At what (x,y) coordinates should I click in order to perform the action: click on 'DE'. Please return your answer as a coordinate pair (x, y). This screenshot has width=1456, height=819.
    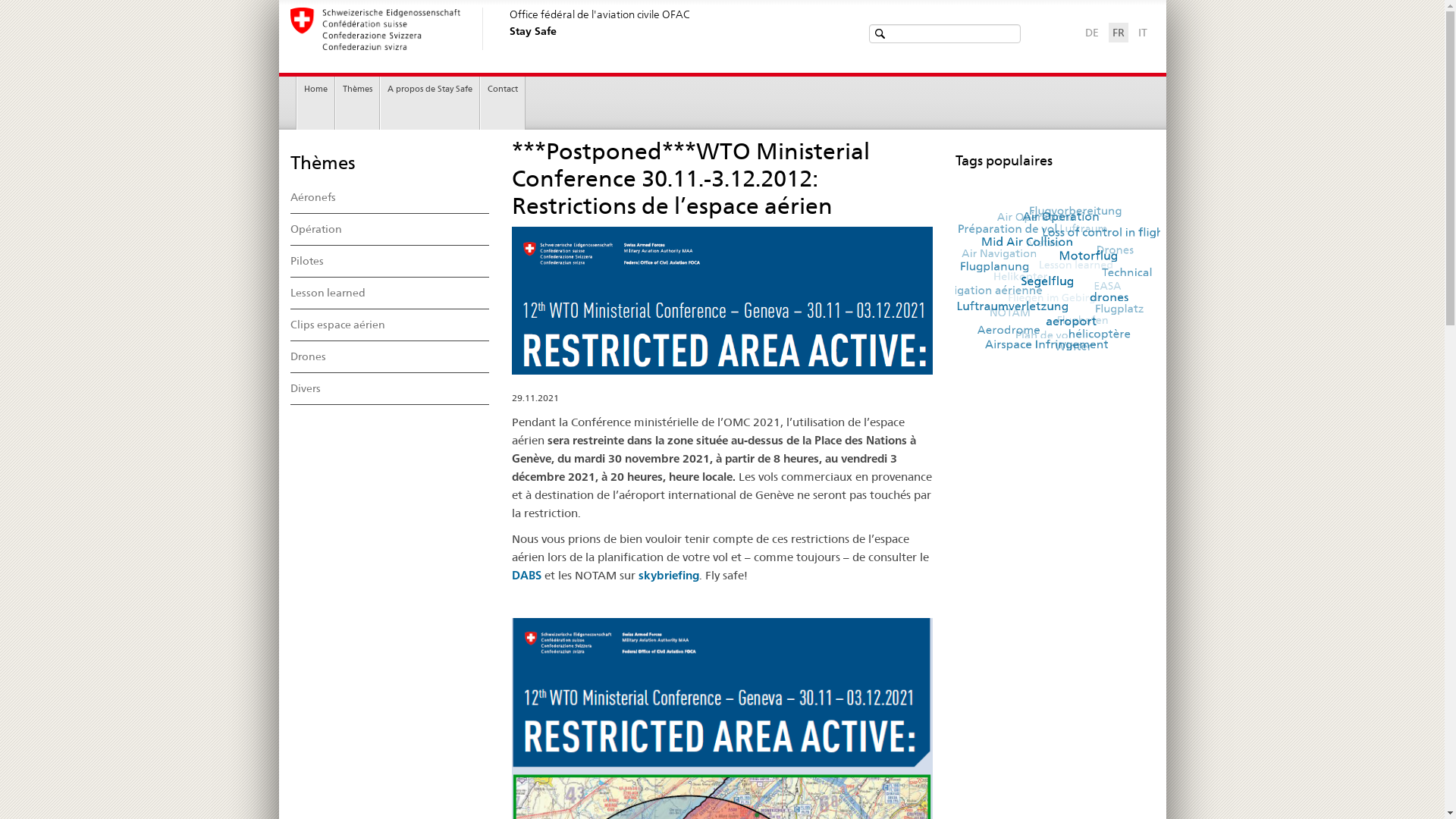
    Looking at the image, I should click on (1090, 32).